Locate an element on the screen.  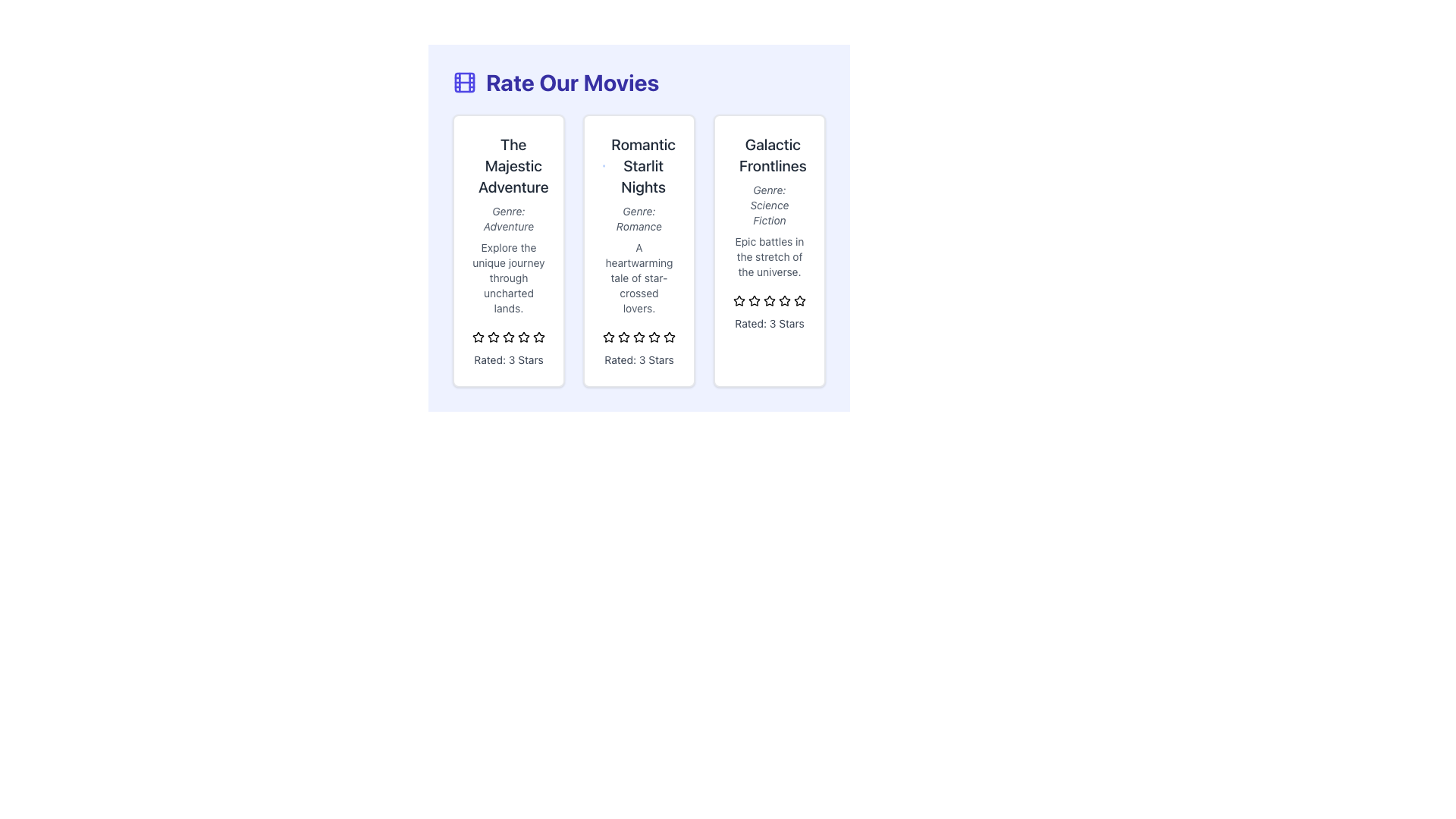
the third star is located at coordinates (754, 300).